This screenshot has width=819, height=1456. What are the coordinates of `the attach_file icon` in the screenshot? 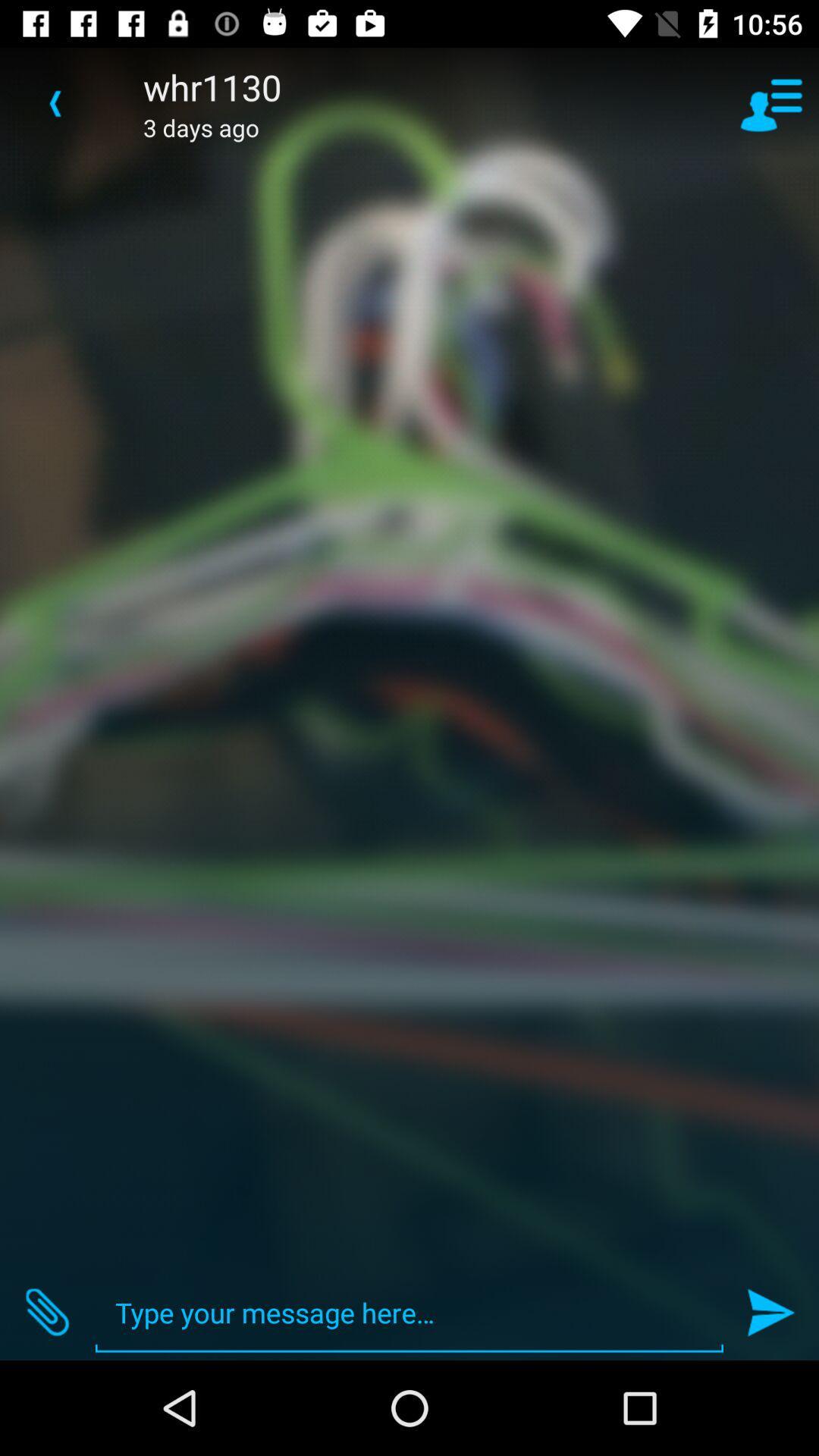 It's located at (46, 1312).